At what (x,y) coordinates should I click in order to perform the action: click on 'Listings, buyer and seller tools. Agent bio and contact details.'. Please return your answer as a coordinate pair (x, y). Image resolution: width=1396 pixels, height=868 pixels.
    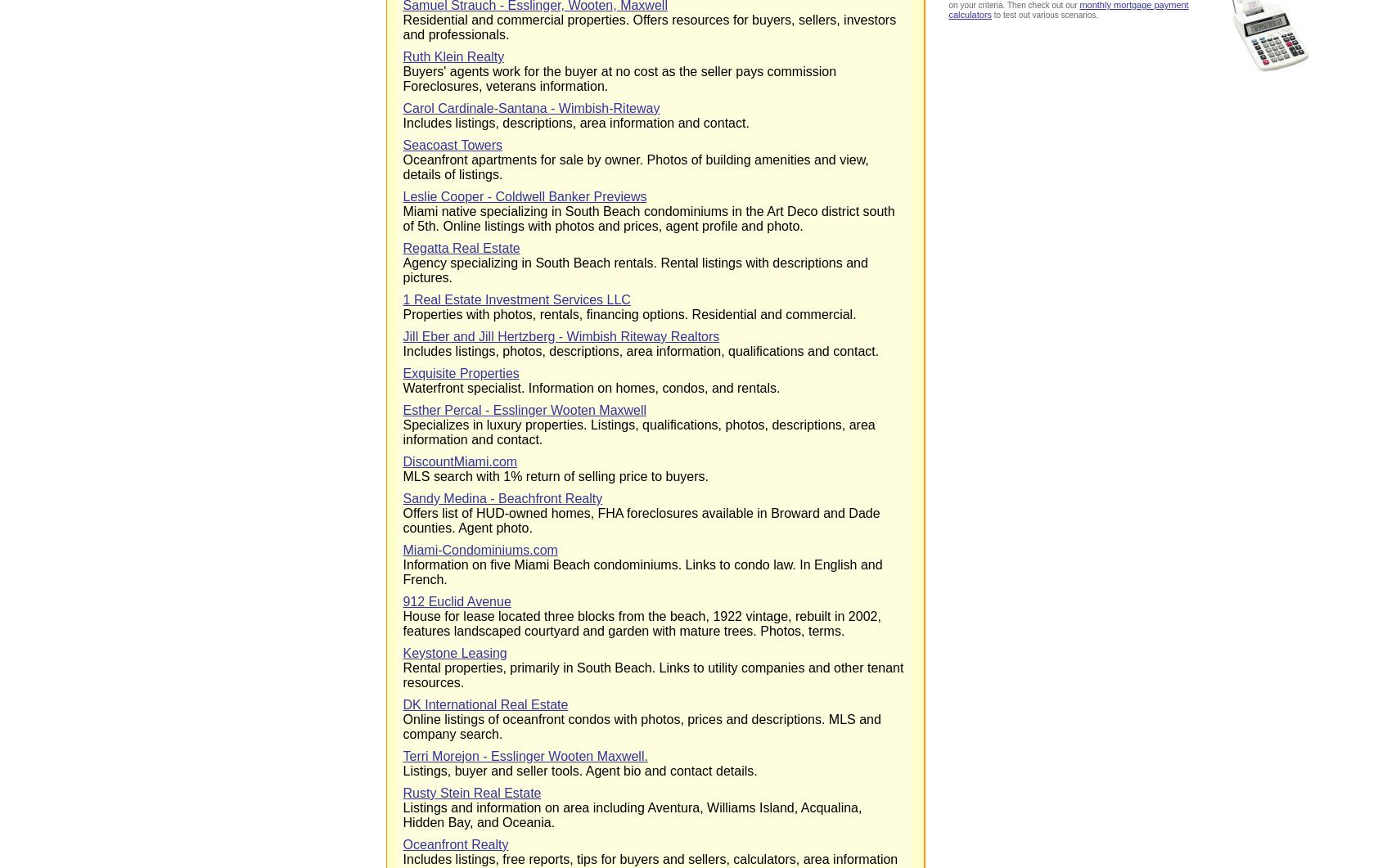
    Looking at the image, I should click on (579, 770).